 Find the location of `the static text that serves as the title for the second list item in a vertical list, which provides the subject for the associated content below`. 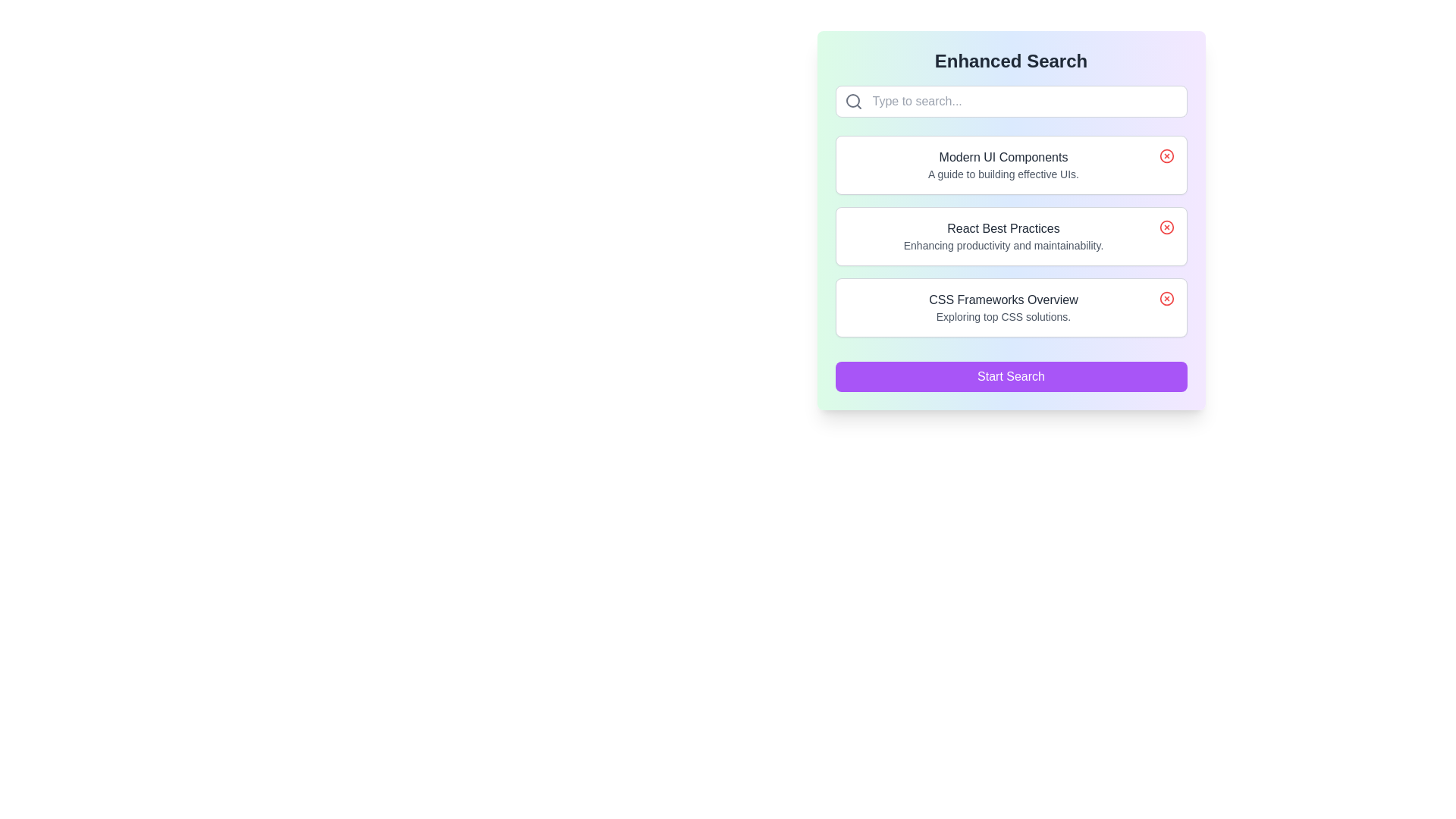

the static text that serves as the title for the second list item in a vertical list, which provides the subject for the associated content below is located at coordinates (1003, 228).